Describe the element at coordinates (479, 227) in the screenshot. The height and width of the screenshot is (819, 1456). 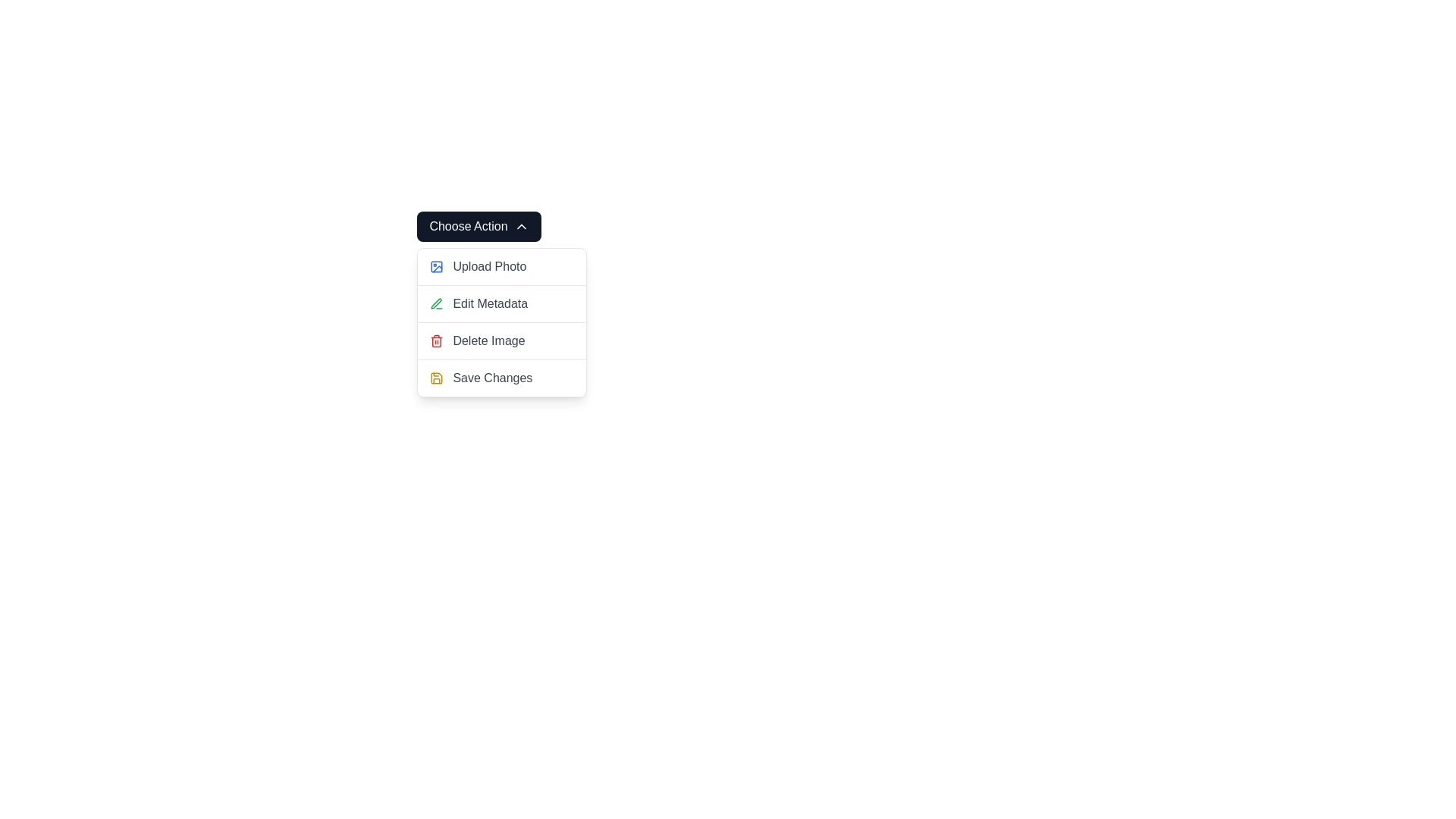
I see `the Dropdown Trigger Button located at the top center of the dropdown menu` at that location.